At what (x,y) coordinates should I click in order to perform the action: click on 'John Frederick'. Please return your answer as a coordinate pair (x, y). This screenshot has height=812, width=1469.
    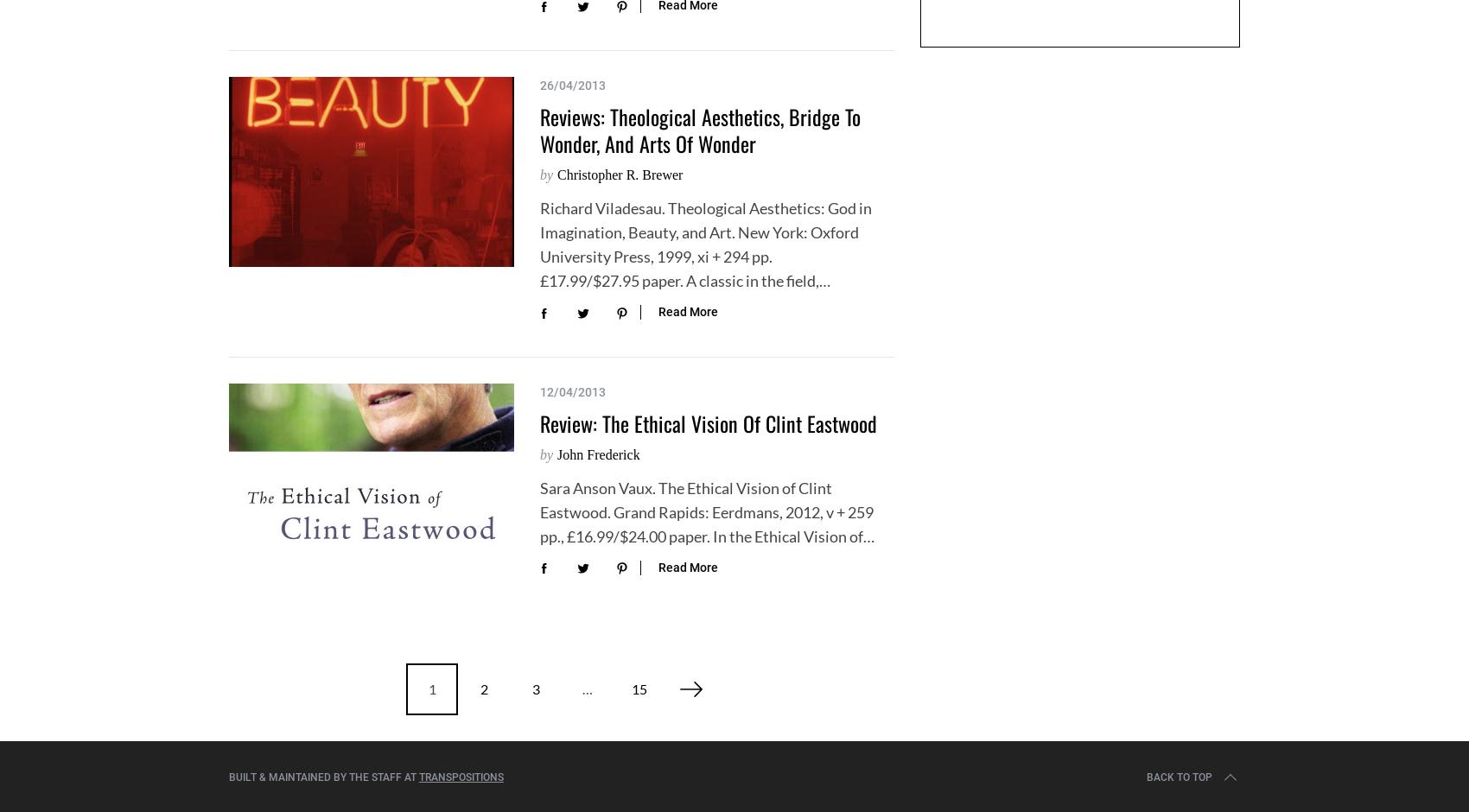
    Looking at the image, I should click on (598, 453).